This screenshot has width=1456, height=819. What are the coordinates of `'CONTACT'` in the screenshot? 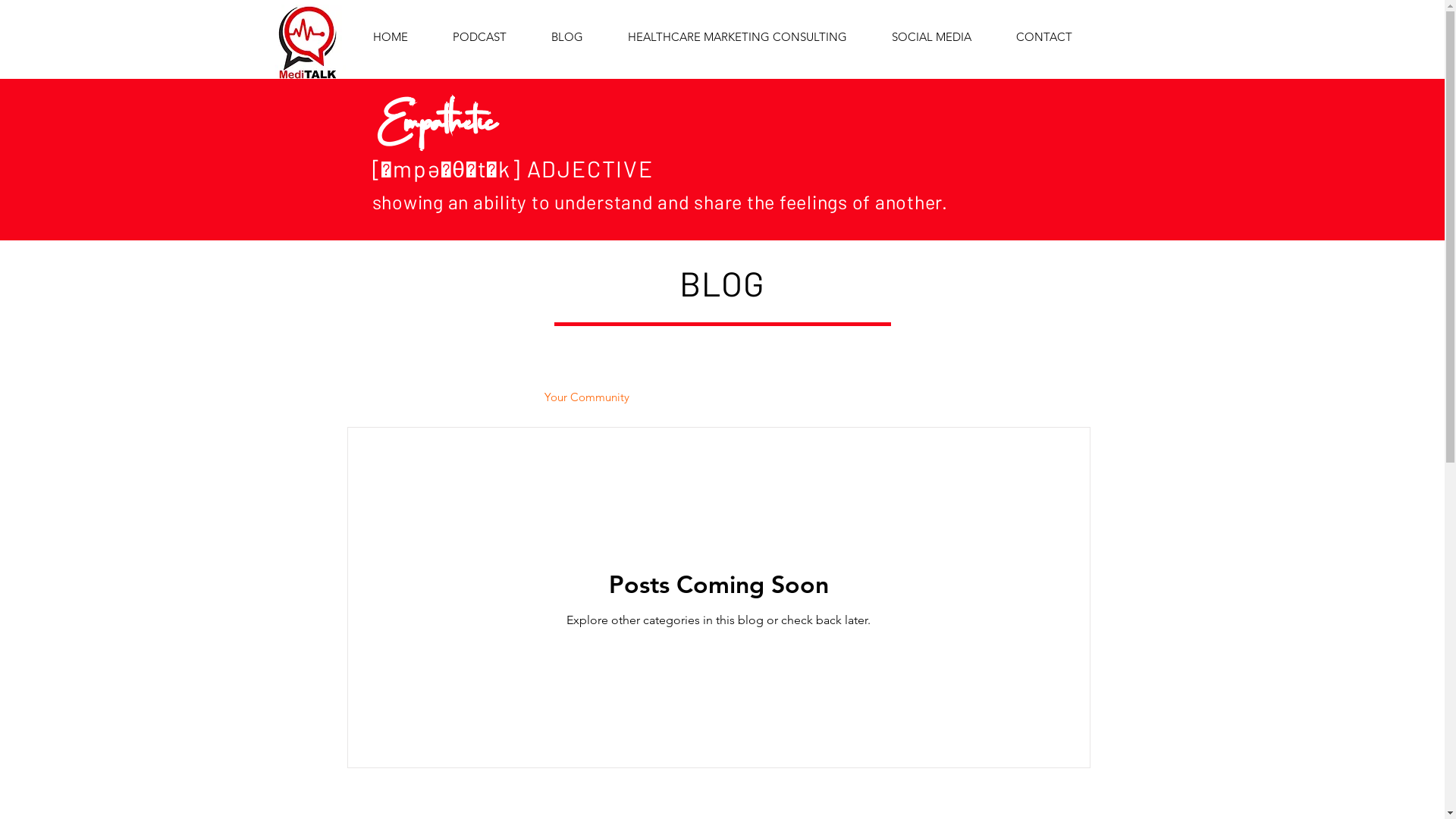 It's located at (1043, 36).